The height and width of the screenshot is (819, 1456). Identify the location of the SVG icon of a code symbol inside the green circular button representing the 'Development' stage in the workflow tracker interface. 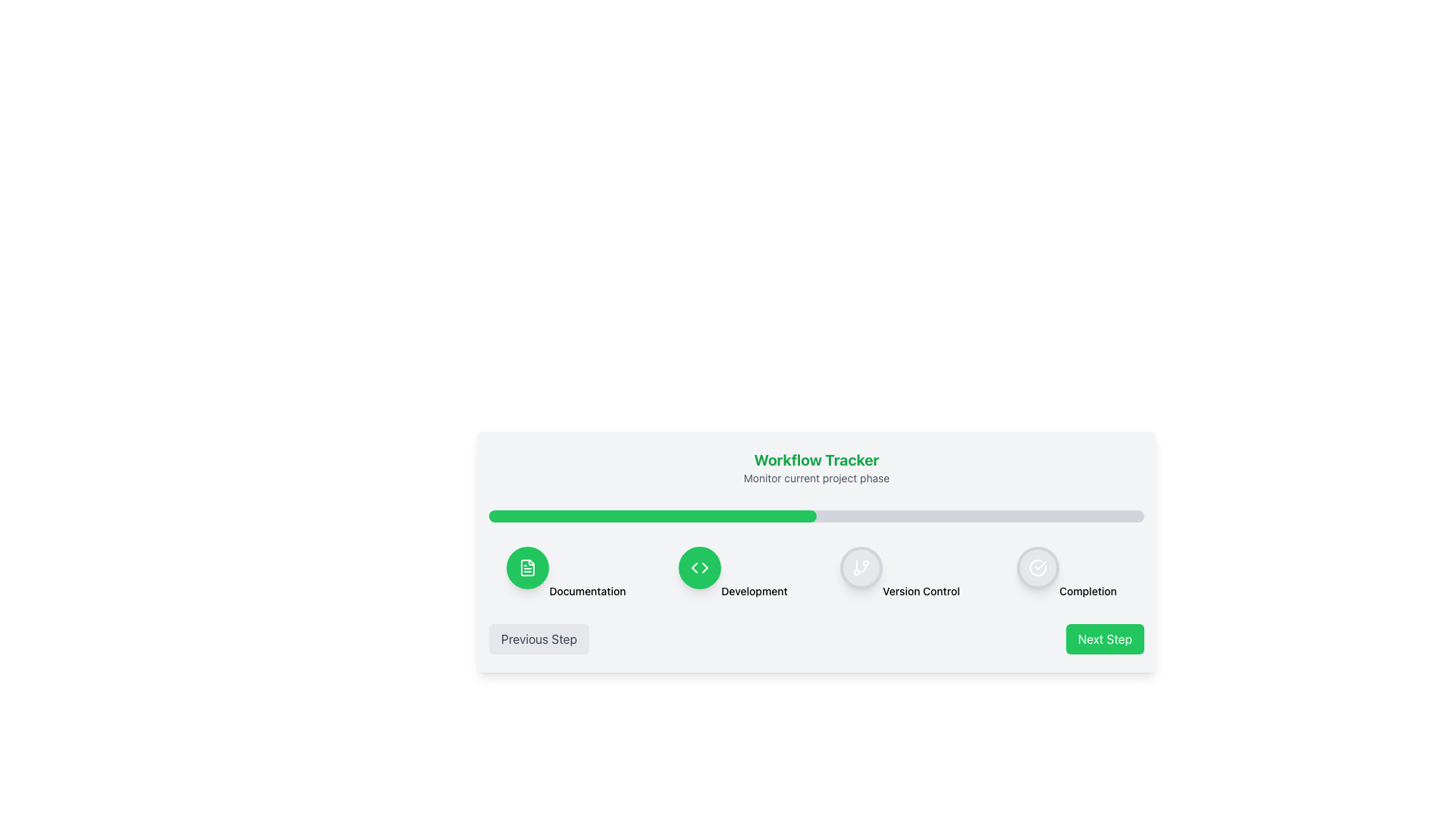
(699, 567).